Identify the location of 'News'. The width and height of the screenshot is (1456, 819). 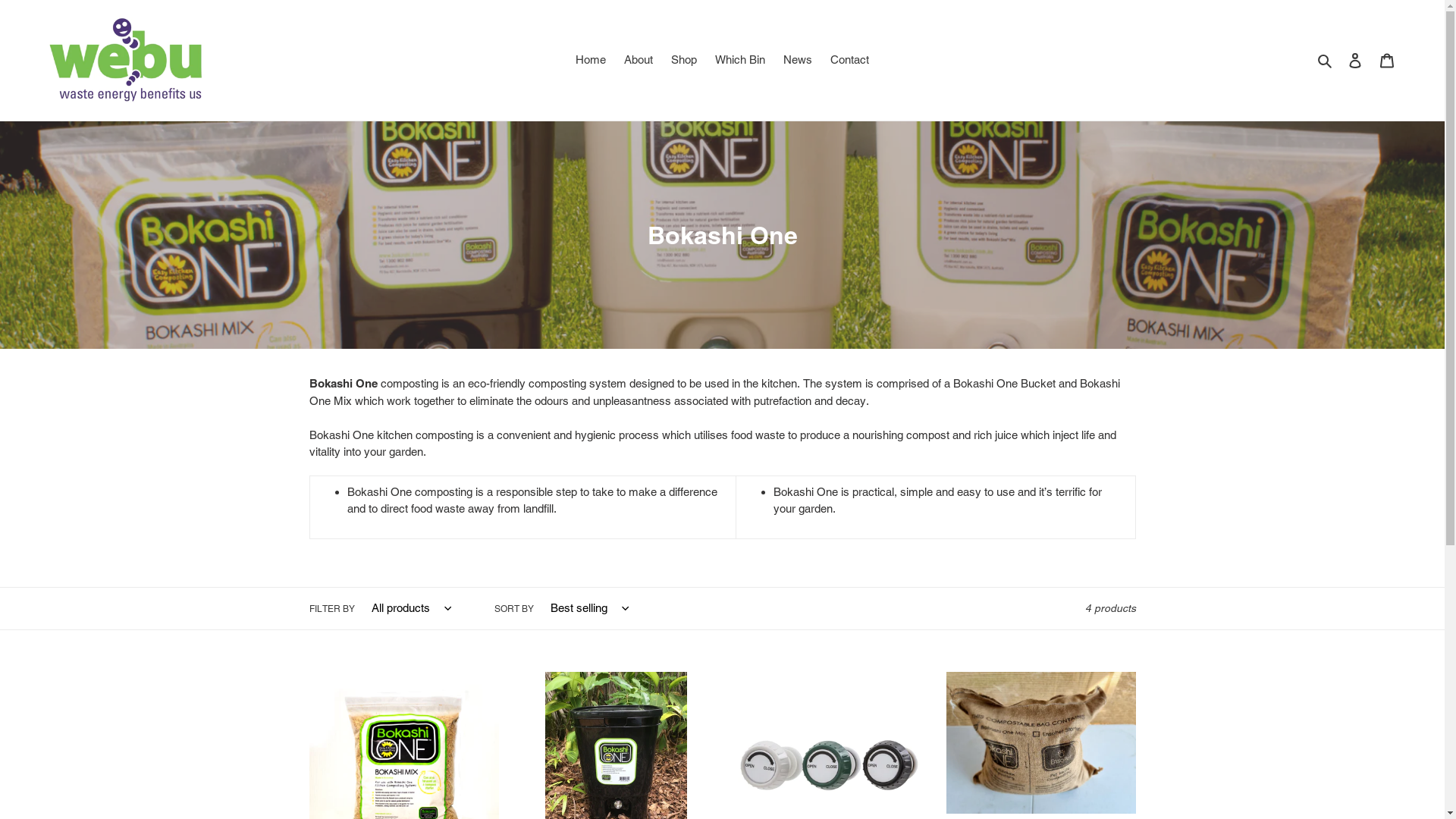
(775, 59).